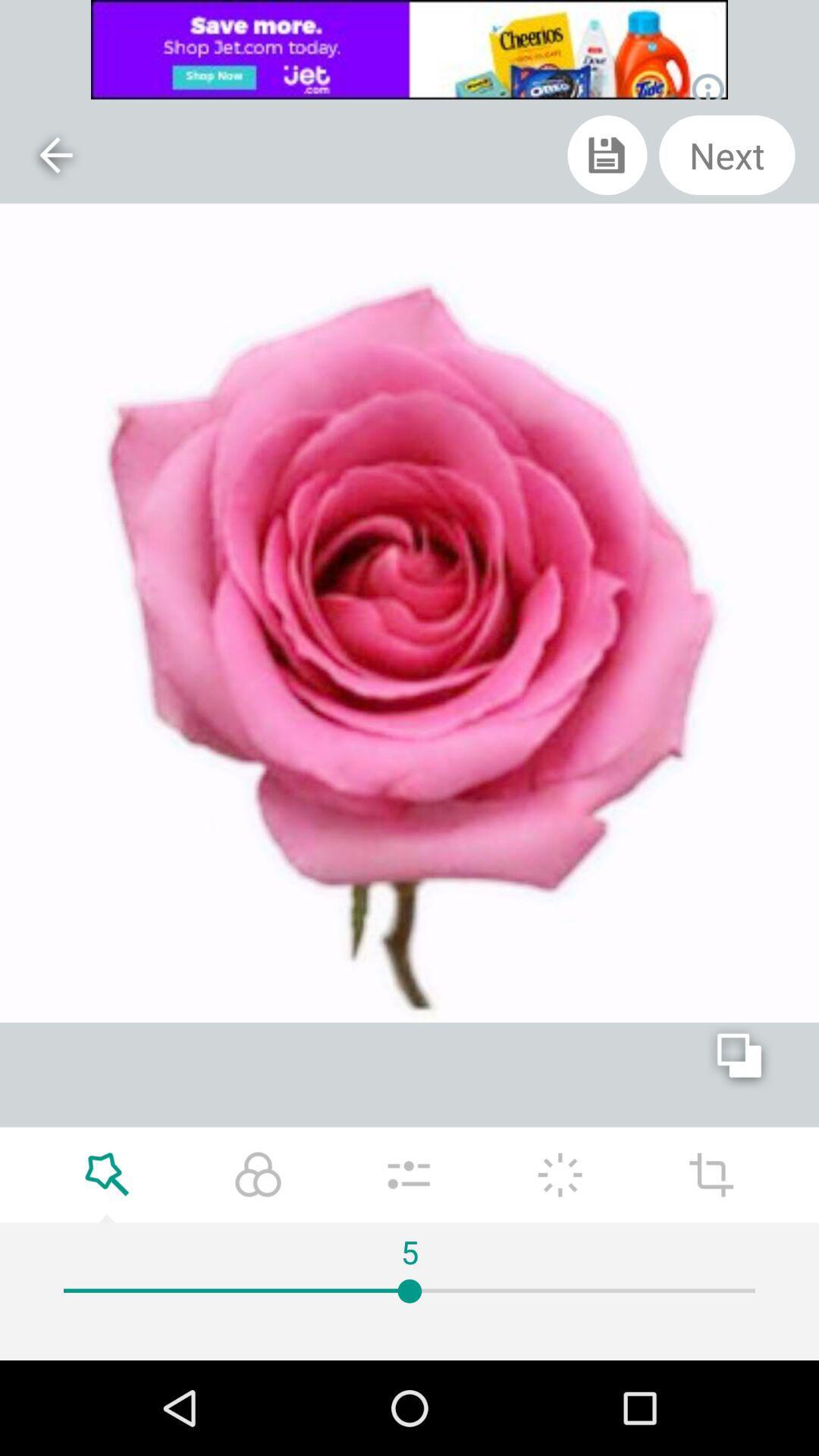 The height and width of the screenshot is (1456, 819). Describe the element at coordinates (607, 155) in the screenshot. I see `save` at that location.